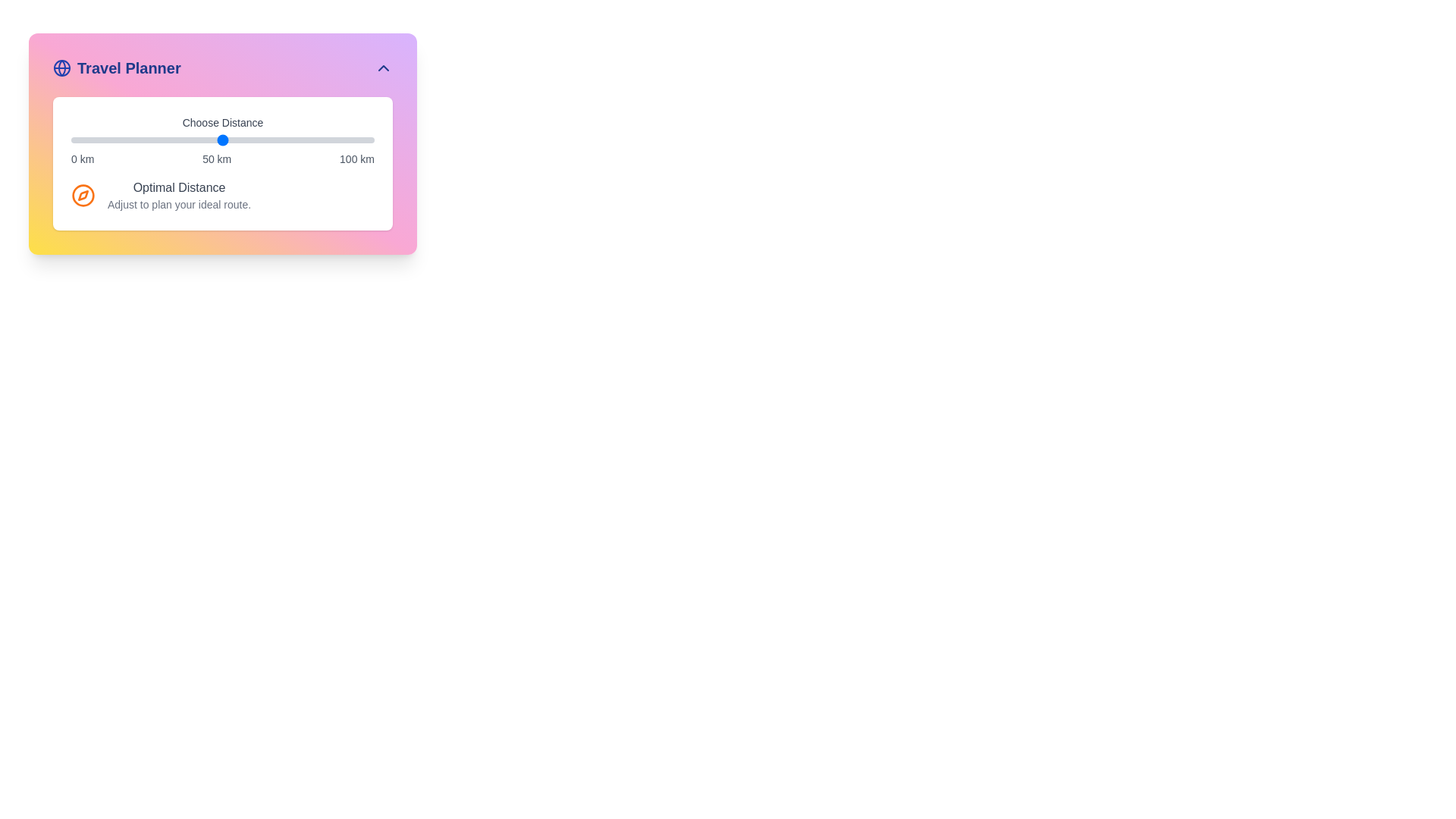 The width and height of the screenshot is (1456, 819). Describe the element at coordinates (83, 195) in the screenshot. I see `the SVG circle graphic that is part of the compass icon located in the 'Optimal Distance' section of the 'Travel Planner' card` at that location.